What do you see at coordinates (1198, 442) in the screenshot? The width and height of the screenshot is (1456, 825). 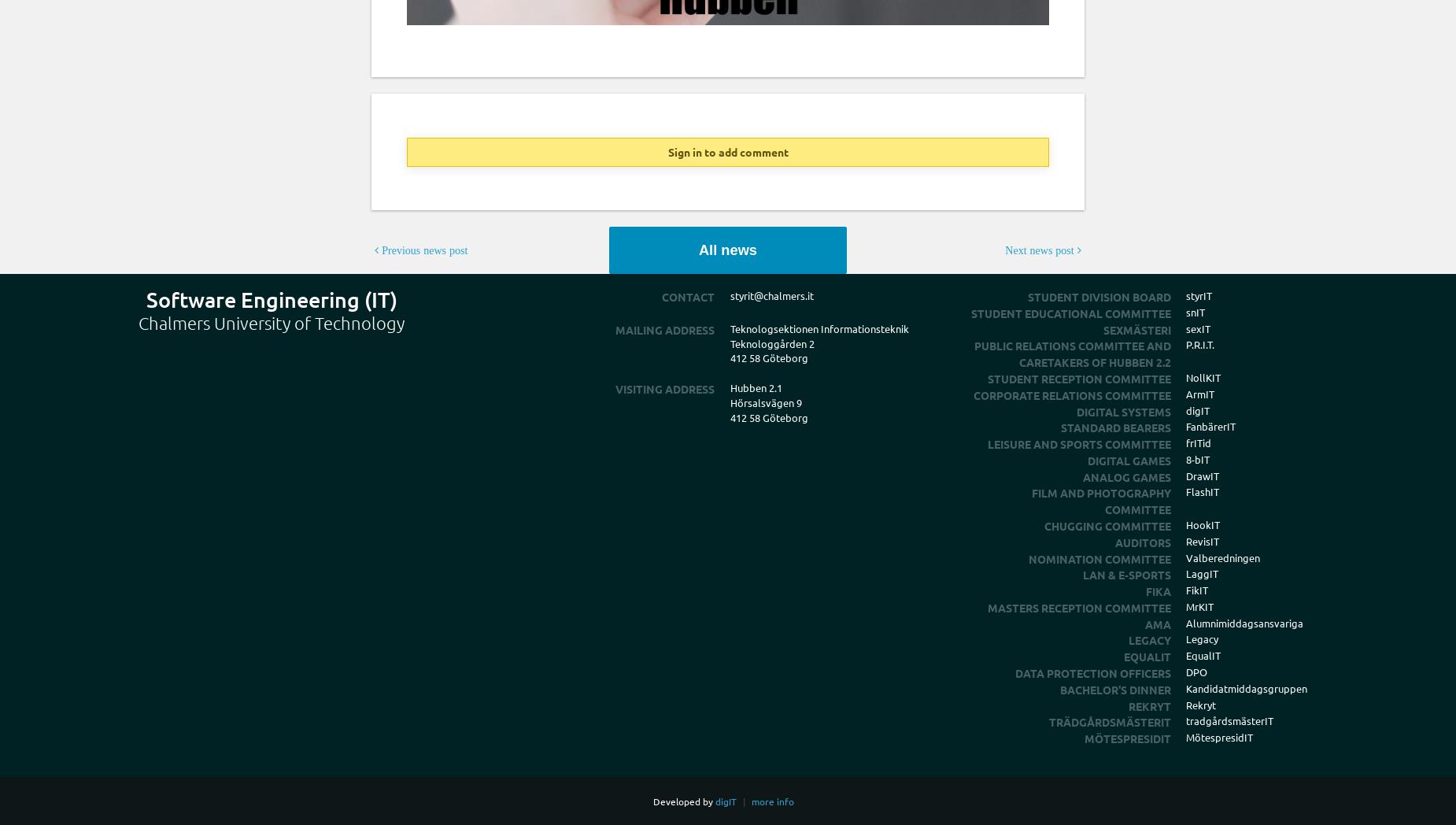 I see `'frITid'` at bounding box center [1198, 442].